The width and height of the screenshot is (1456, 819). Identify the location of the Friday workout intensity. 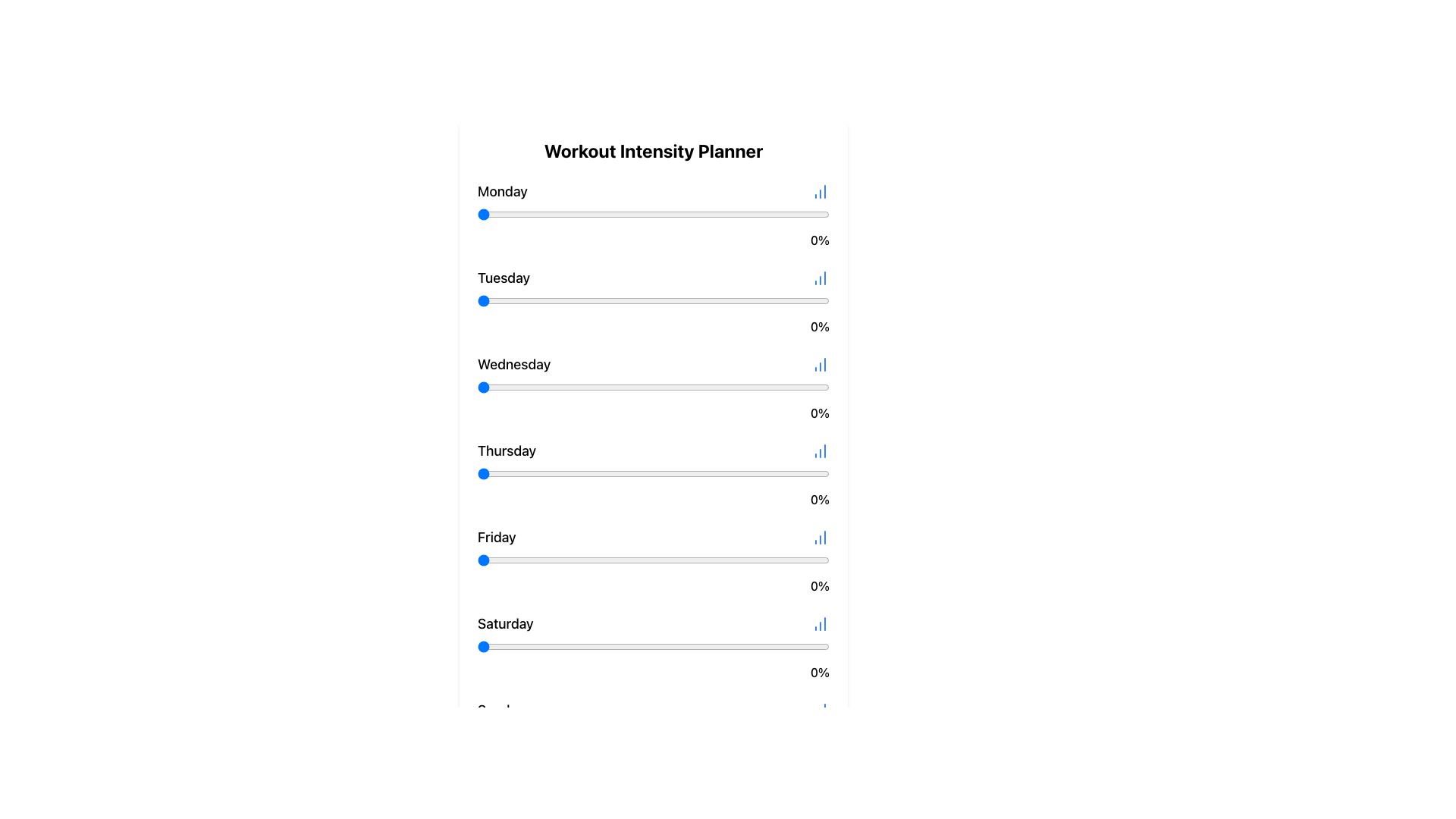
(495, 560).